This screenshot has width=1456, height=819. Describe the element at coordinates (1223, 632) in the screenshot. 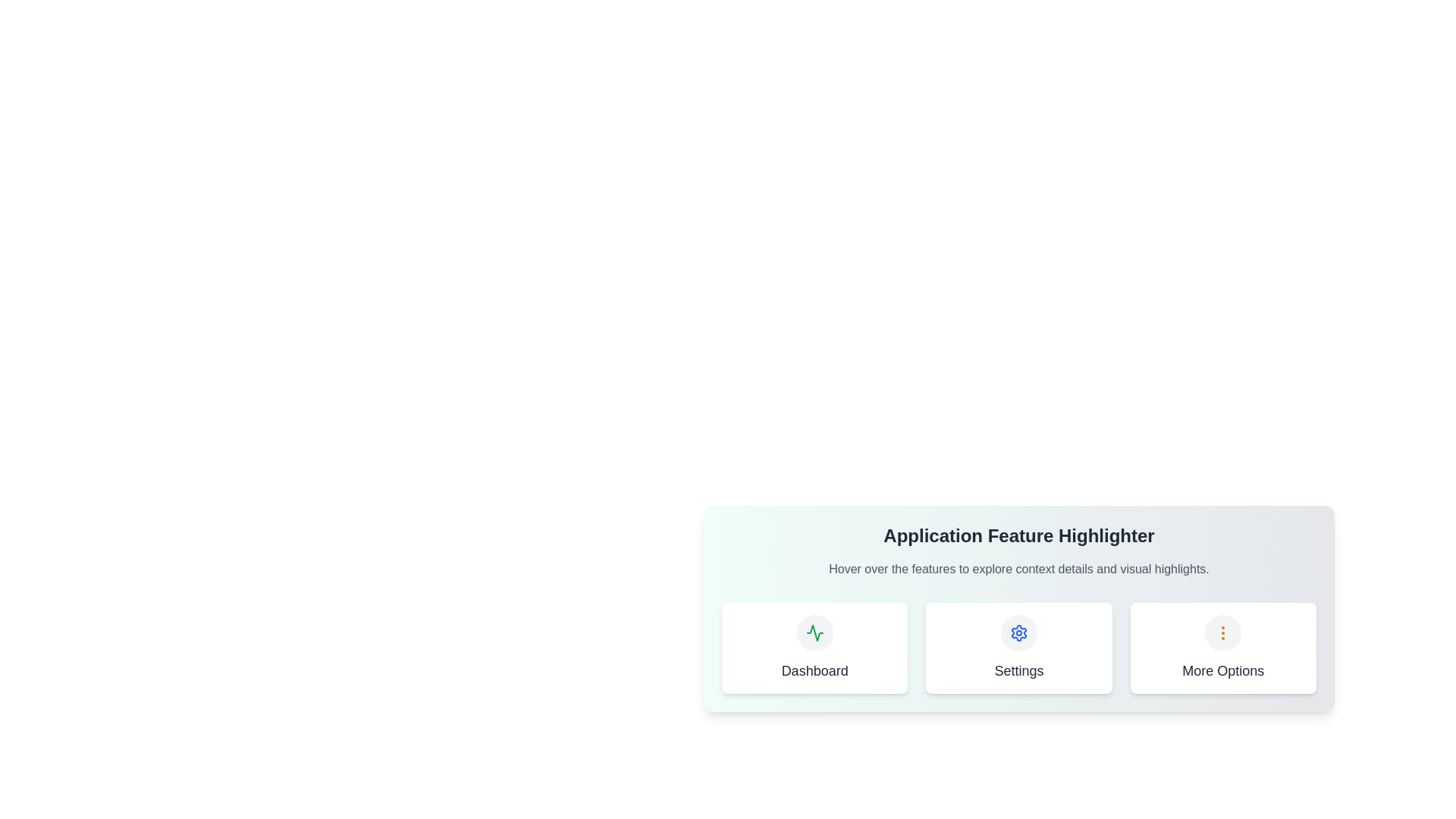

I see `the vertical ellipsis menu icon located inside the circular 'More Options' button at the bottom right of the interface` at that location.